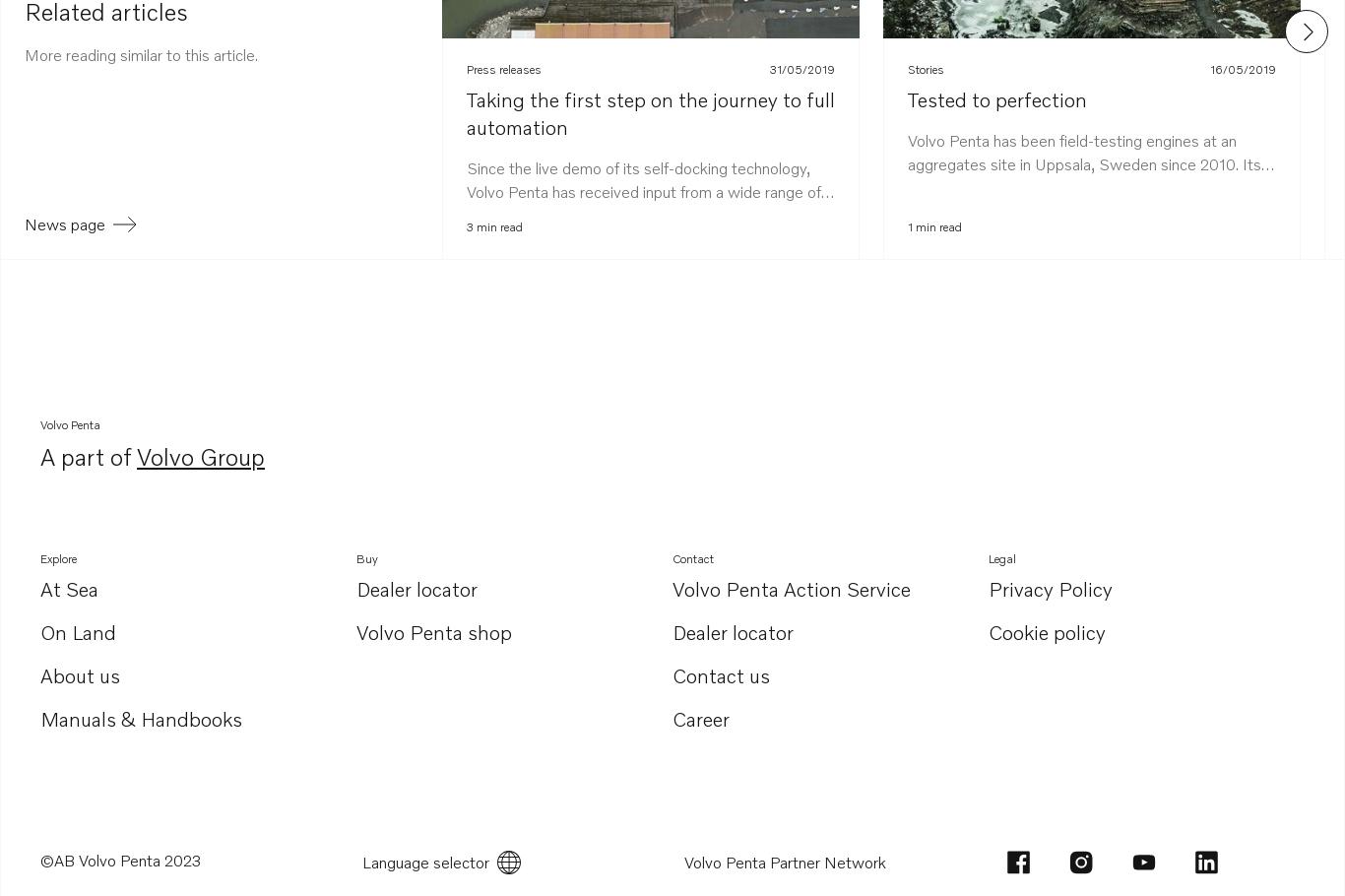  What do you see at coordinates (503, 67) in the screenshot?
I see `'Press releases'` at bounding box center [503, 67].